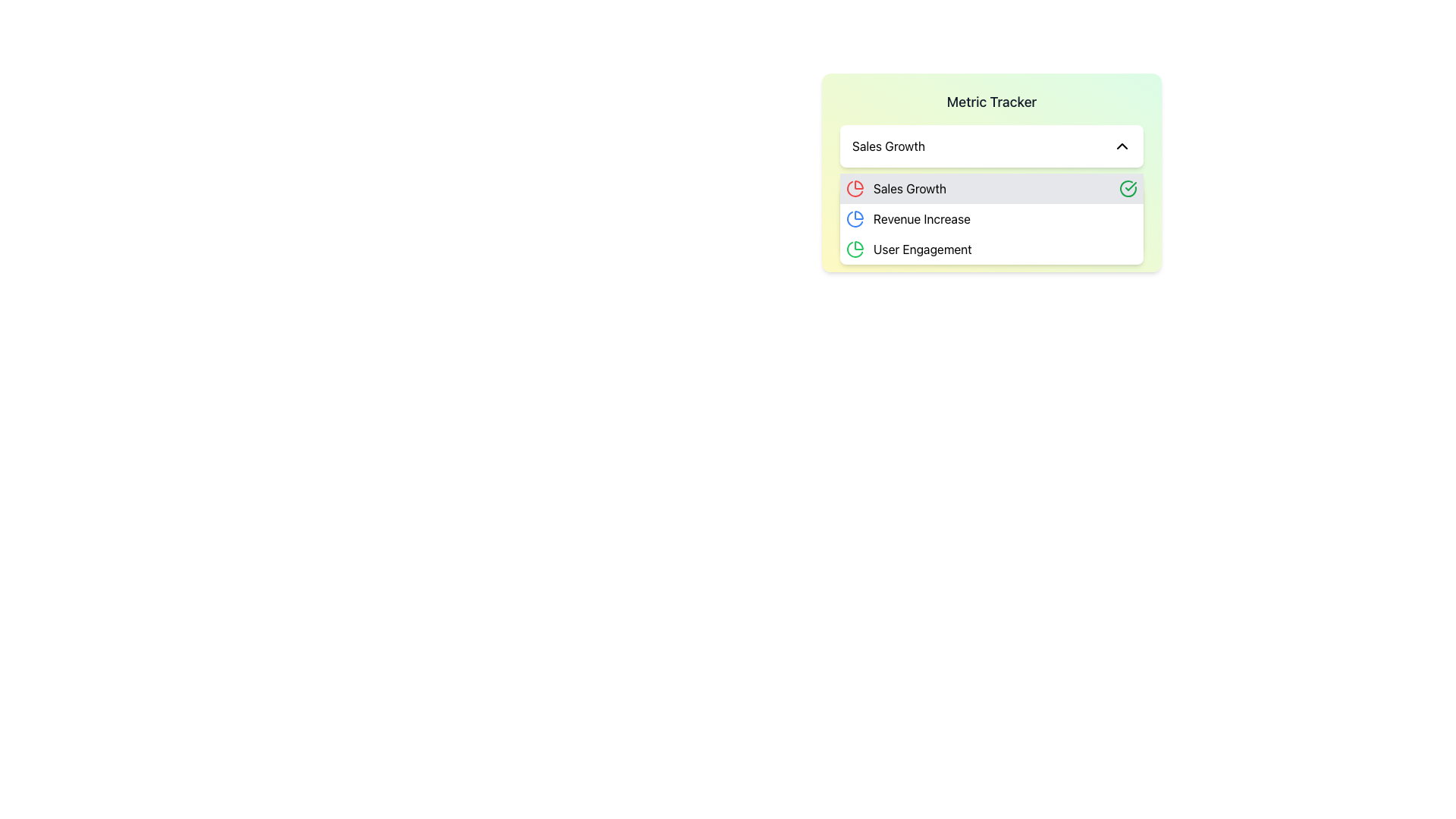  What do you see at coordinates (858, 215) in the screenshot?
I see `the light blue segment of the pie chart icon representing 'Sales Growth' in the dropdown menu for selecting specific metrics` at bounding box center [858, 215].